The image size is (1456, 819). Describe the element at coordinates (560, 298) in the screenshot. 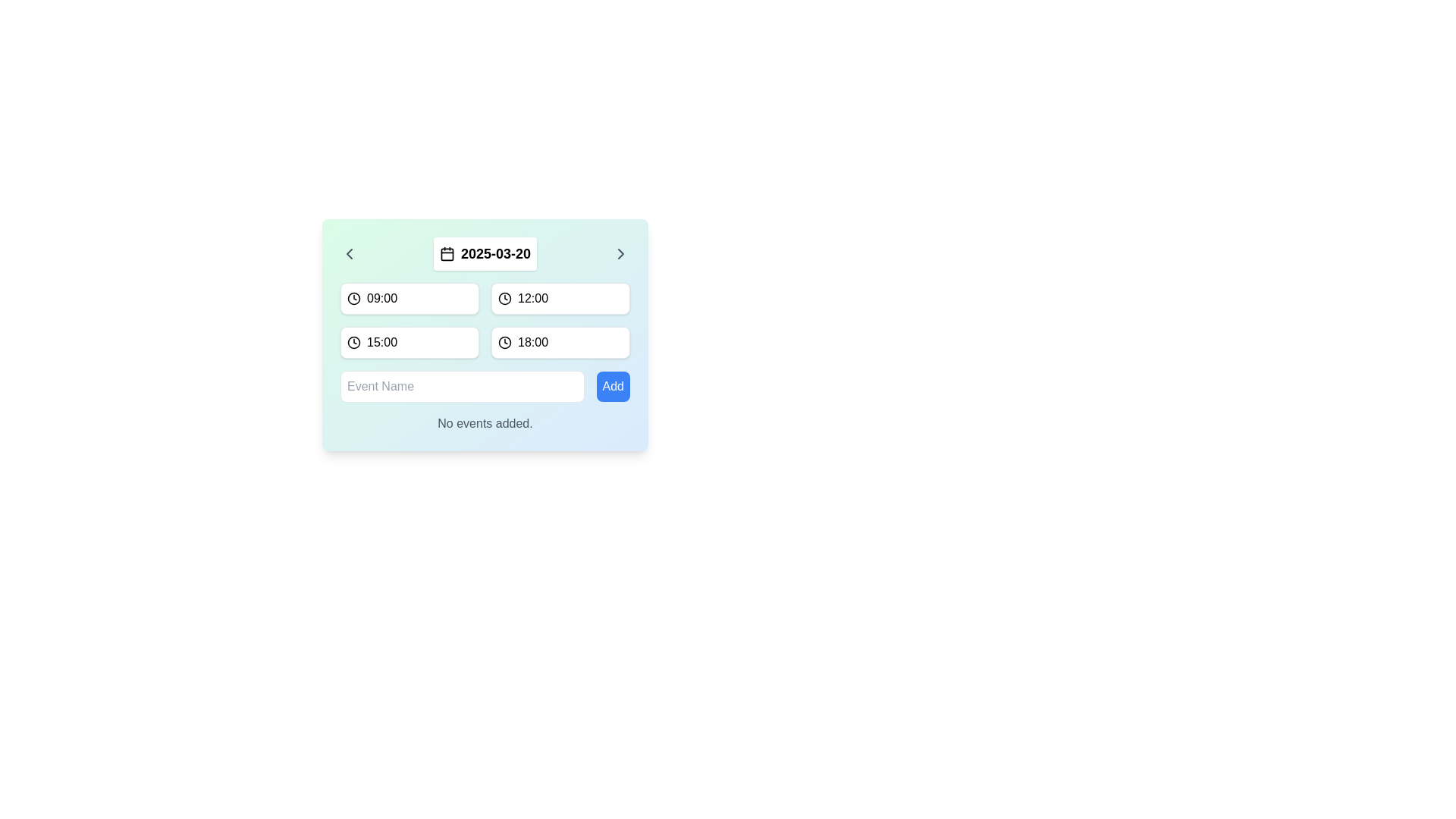

I see `the button representing the time '12:00' located in the top-right portion of a grid layout of four buttons, directly to the right of the '09:00' button` at that location.